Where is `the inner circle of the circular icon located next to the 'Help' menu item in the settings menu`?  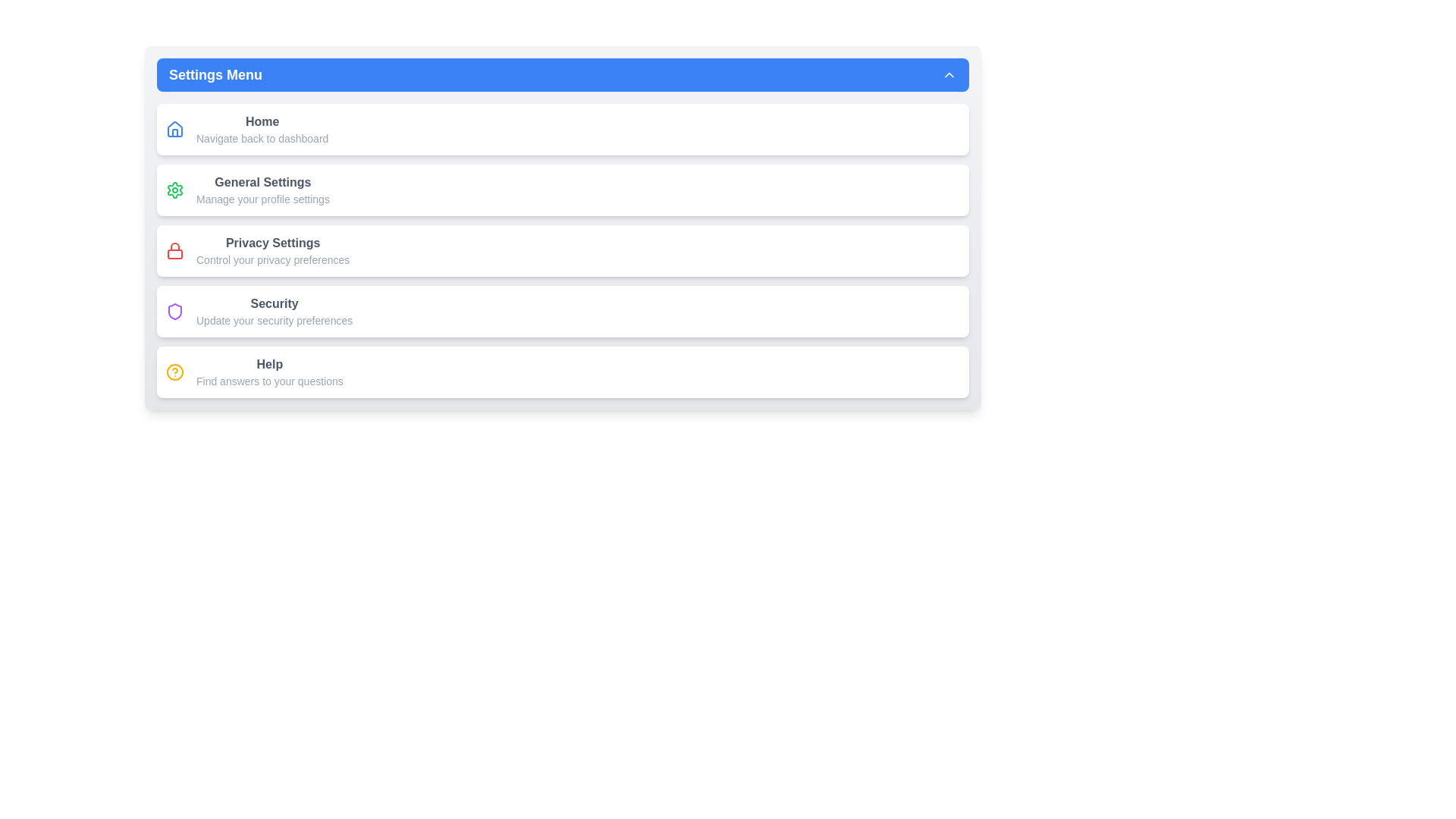 the inner circle of the circular icon located next to the 'Help' menu item in the settings menu is located at coordinates (174, 372).